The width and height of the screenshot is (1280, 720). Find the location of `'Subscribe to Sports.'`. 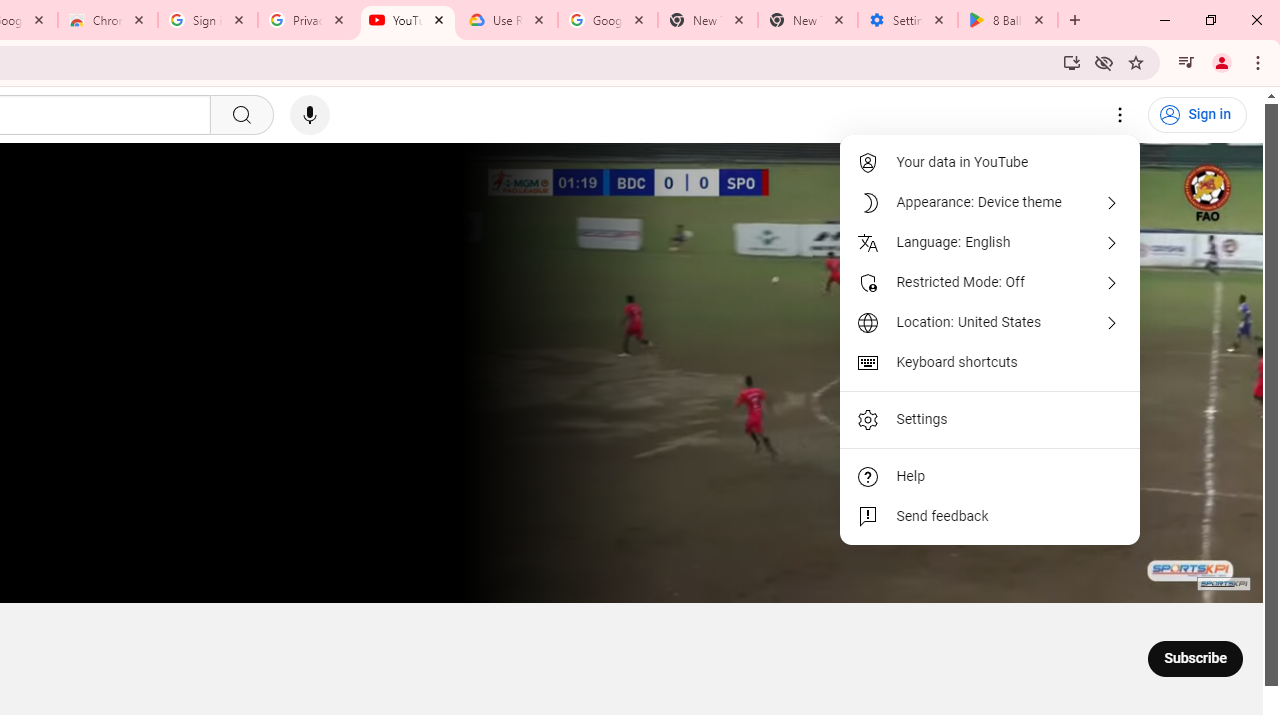

'Subscribe to Sports.' is located at coordinates (1195, 658).